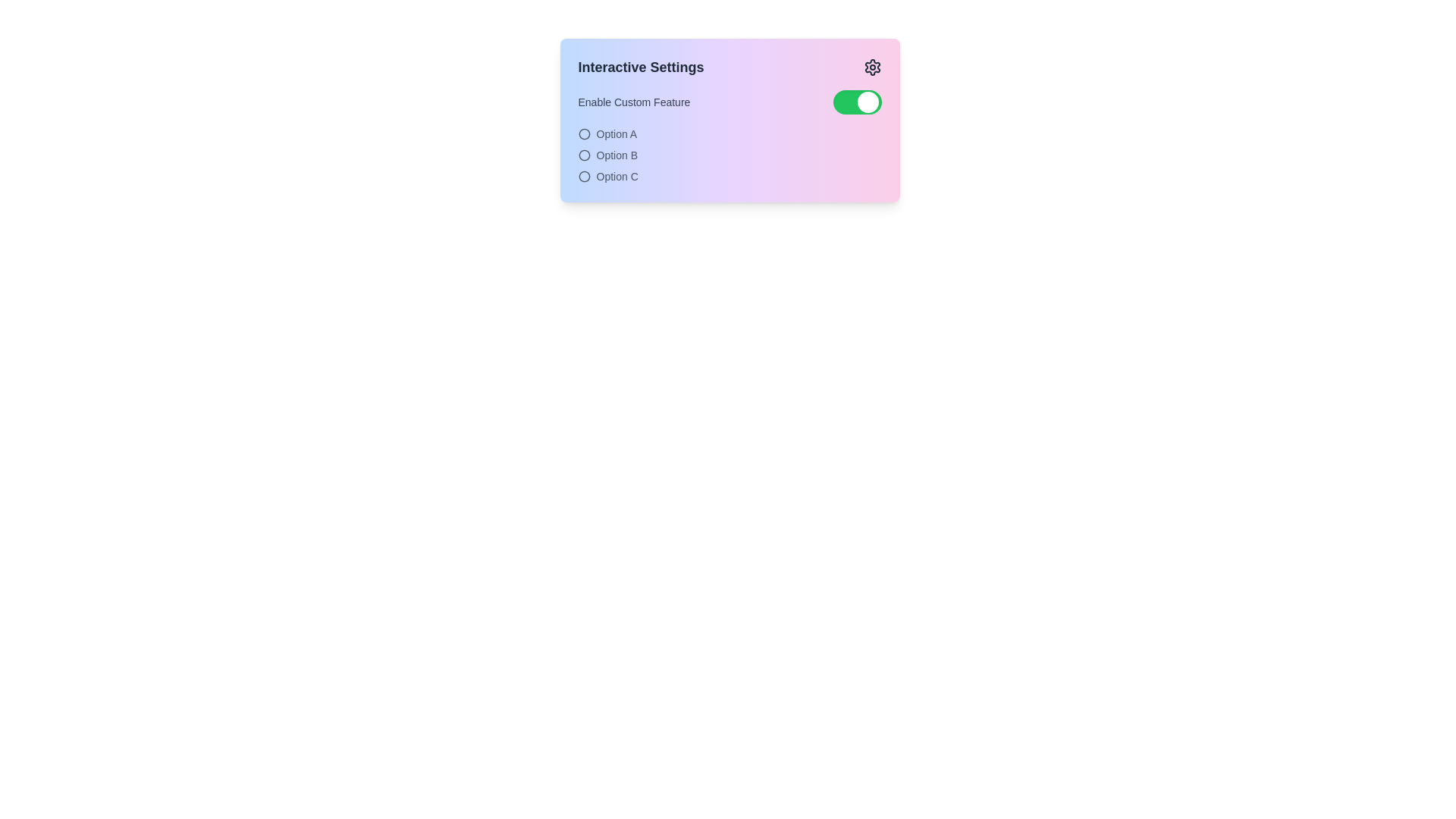  Describe the element at coordinates (730, 137) in the screenshot. I see `the labels in the 'Interactive Settings' section of the Settings panel` at that location.